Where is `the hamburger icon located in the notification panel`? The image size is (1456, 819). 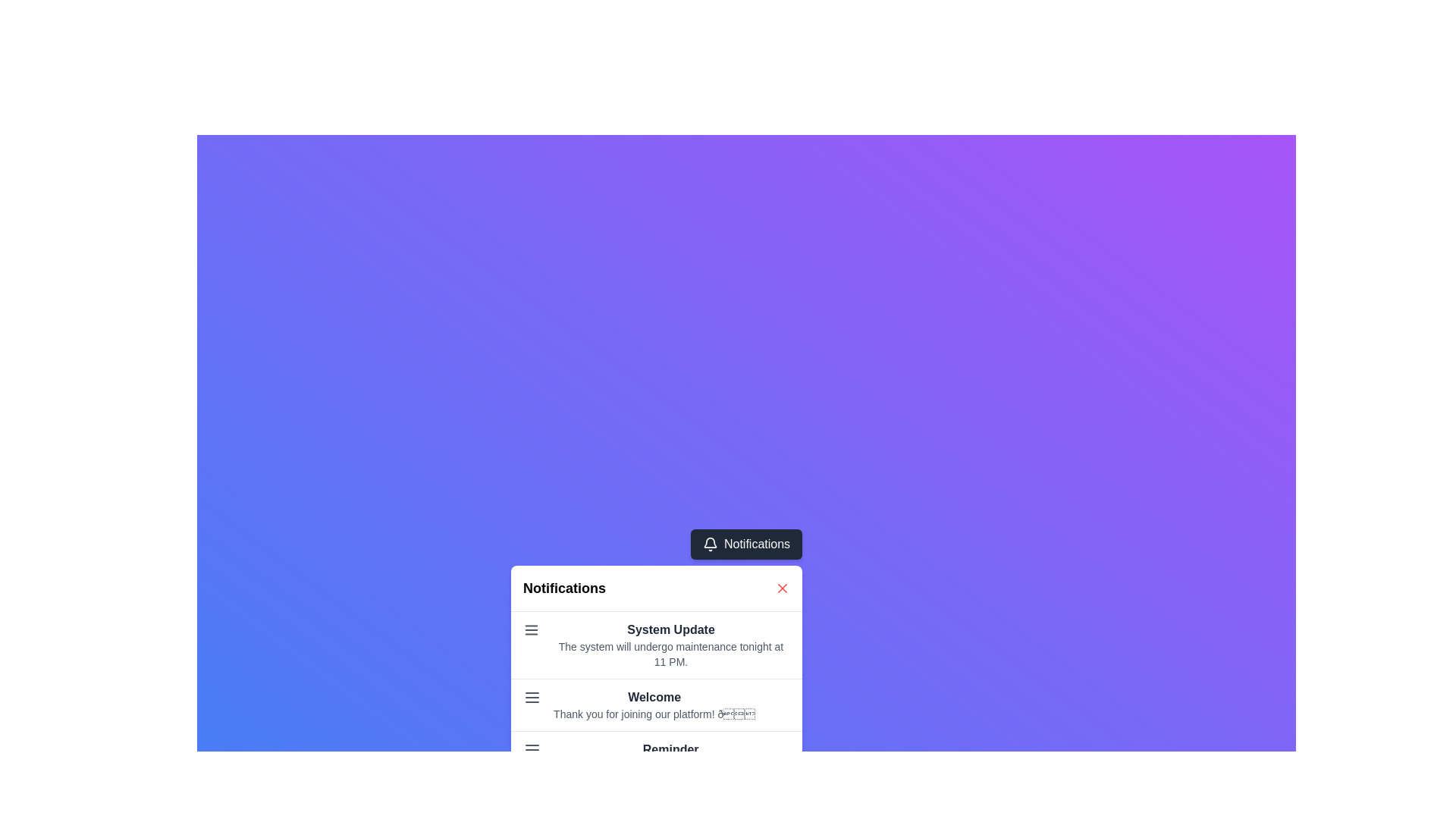 the hamburger icon located in the notification panel is located at coordinates (531, 629).